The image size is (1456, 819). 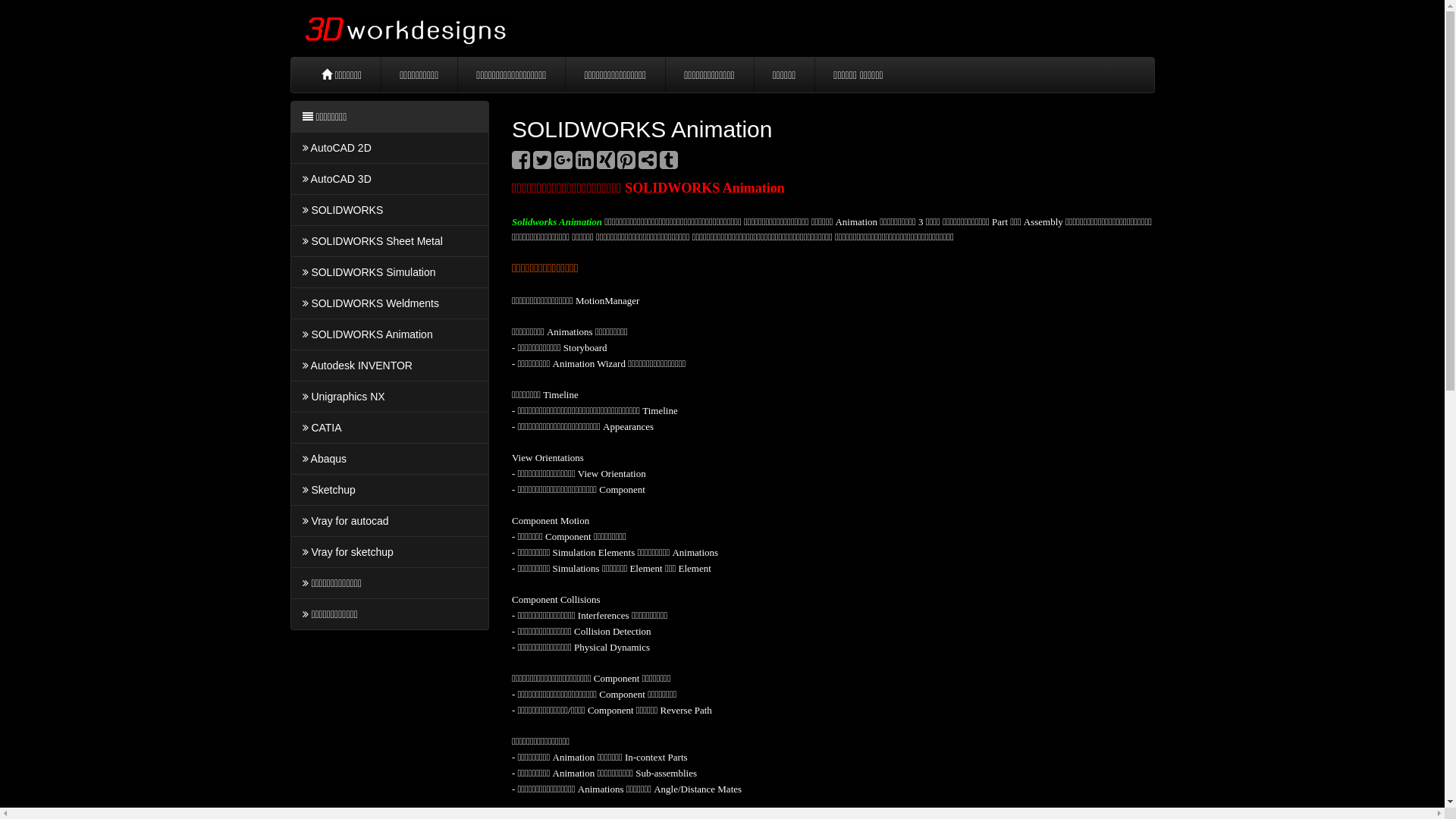 I want to click on 'Vray for autocad', so click(x=389, y=519).